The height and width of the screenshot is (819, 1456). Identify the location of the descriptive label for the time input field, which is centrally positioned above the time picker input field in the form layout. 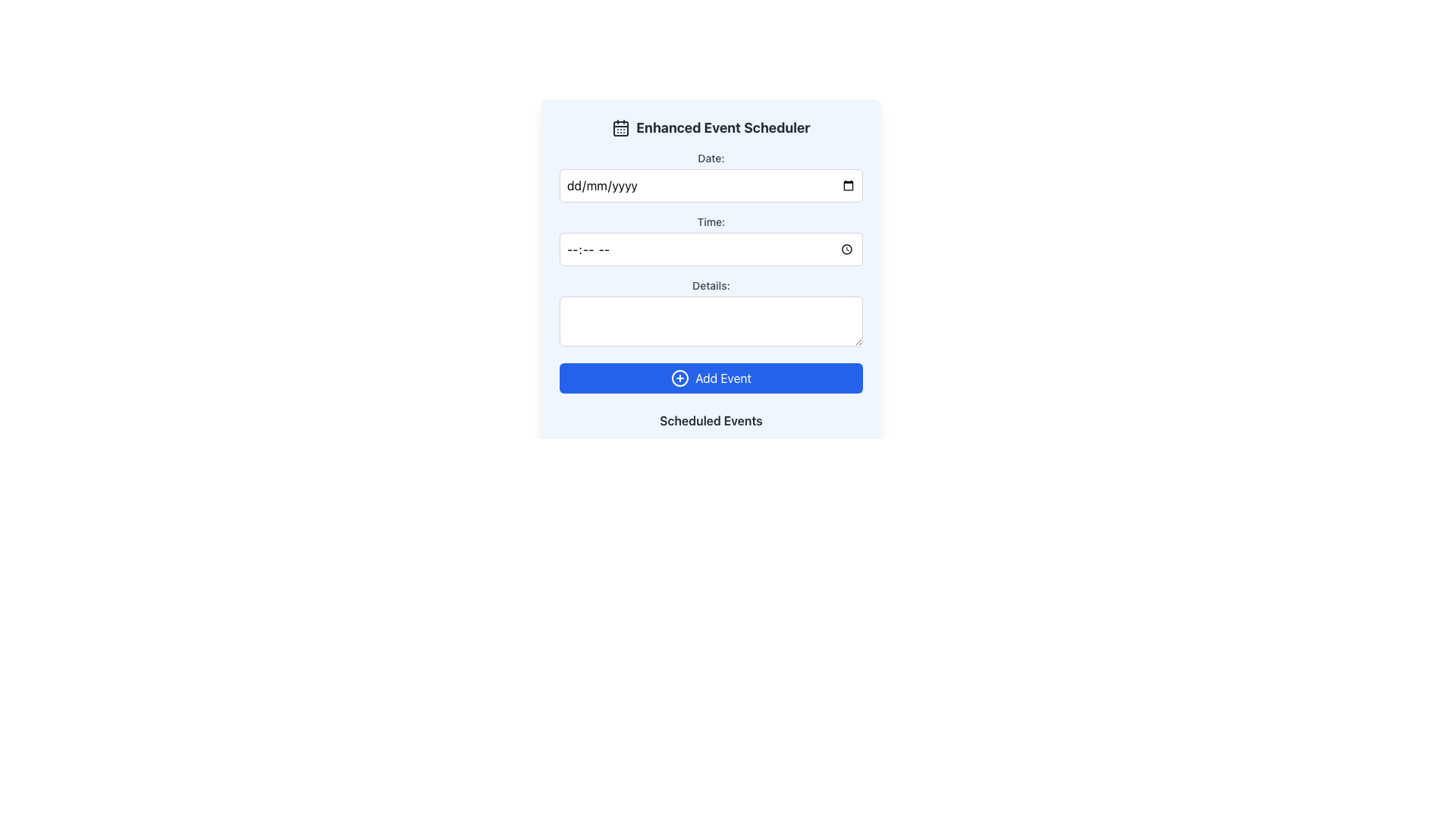
(710, 222).